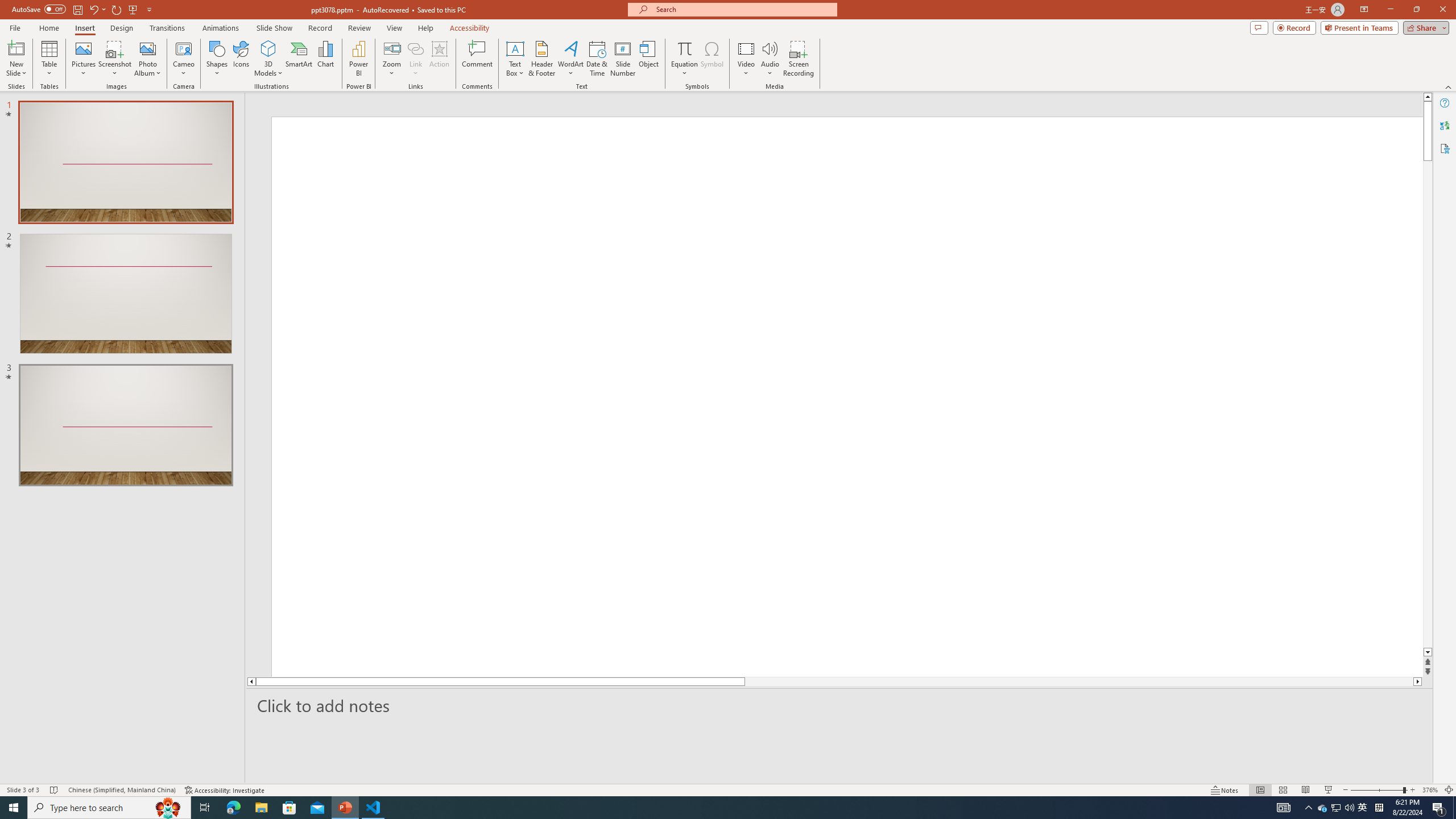 The height and width of the screenshot is (819, 1456). Describe the element at coordinates (415, 59) in the screenshot. I see `'Link'` at that location.